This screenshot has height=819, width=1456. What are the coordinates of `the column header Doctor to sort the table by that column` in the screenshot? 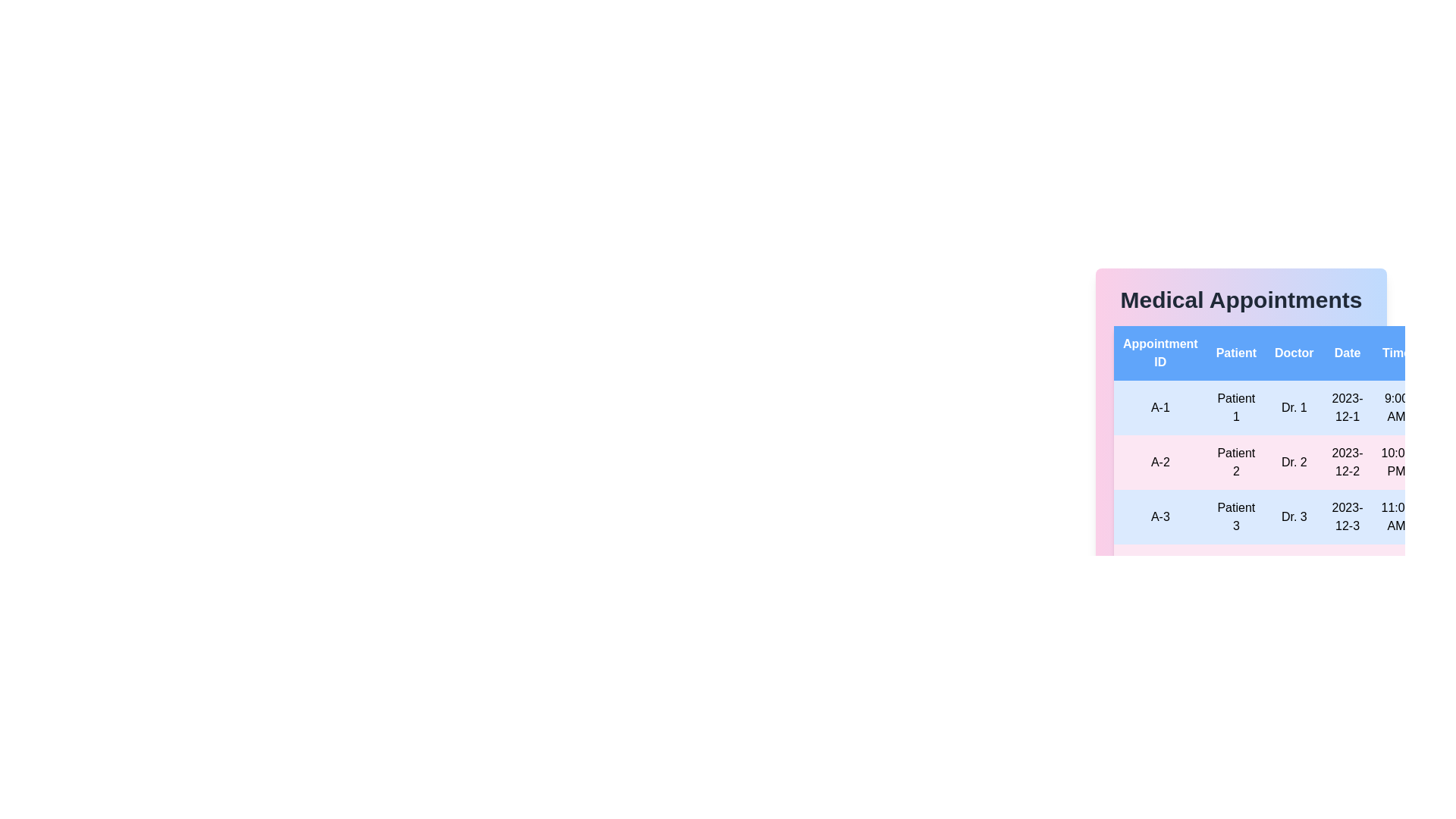 It's located at (1294, 353).